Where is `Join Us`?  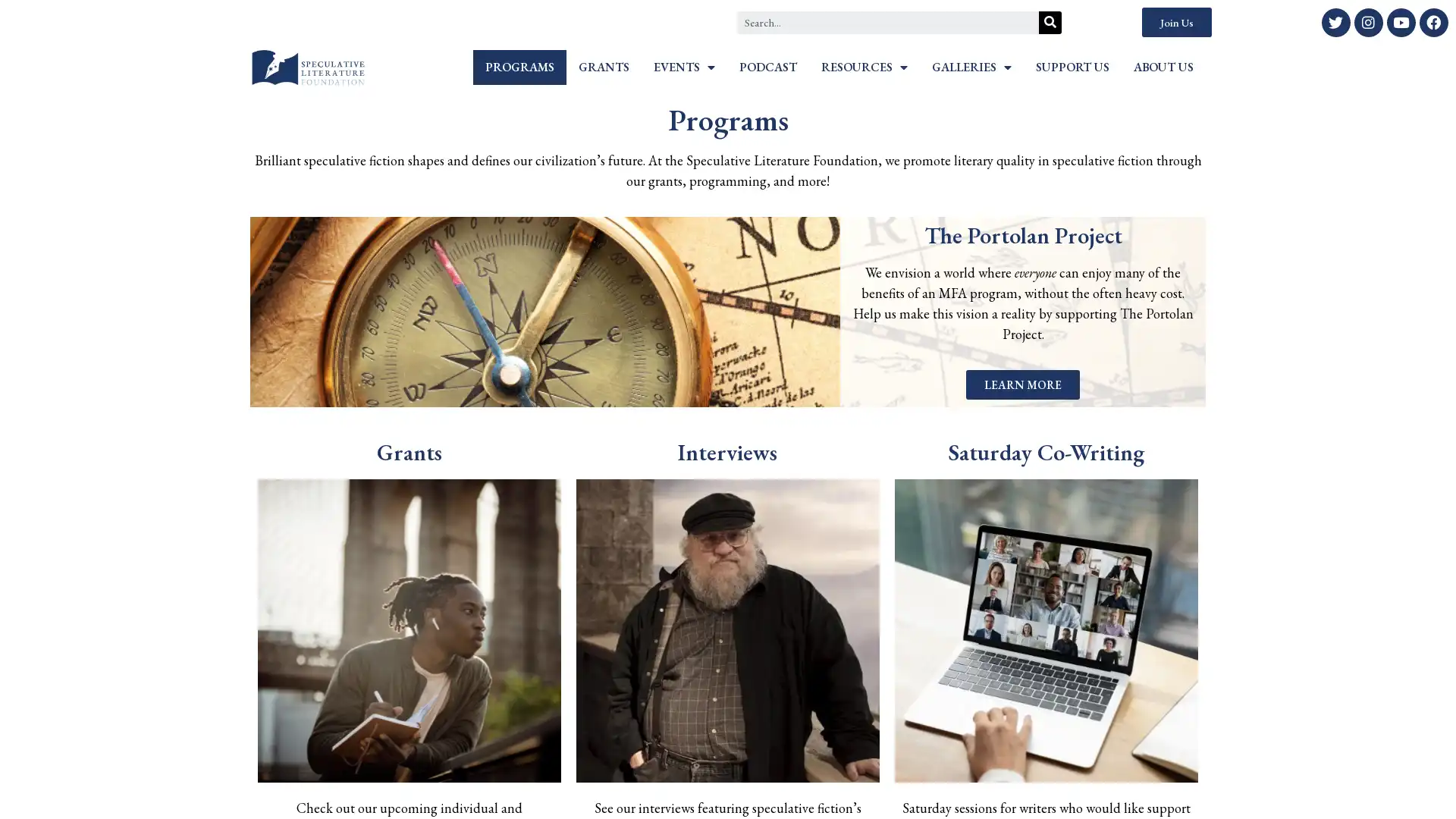 Join Us is located at coordinates (1175, 22).